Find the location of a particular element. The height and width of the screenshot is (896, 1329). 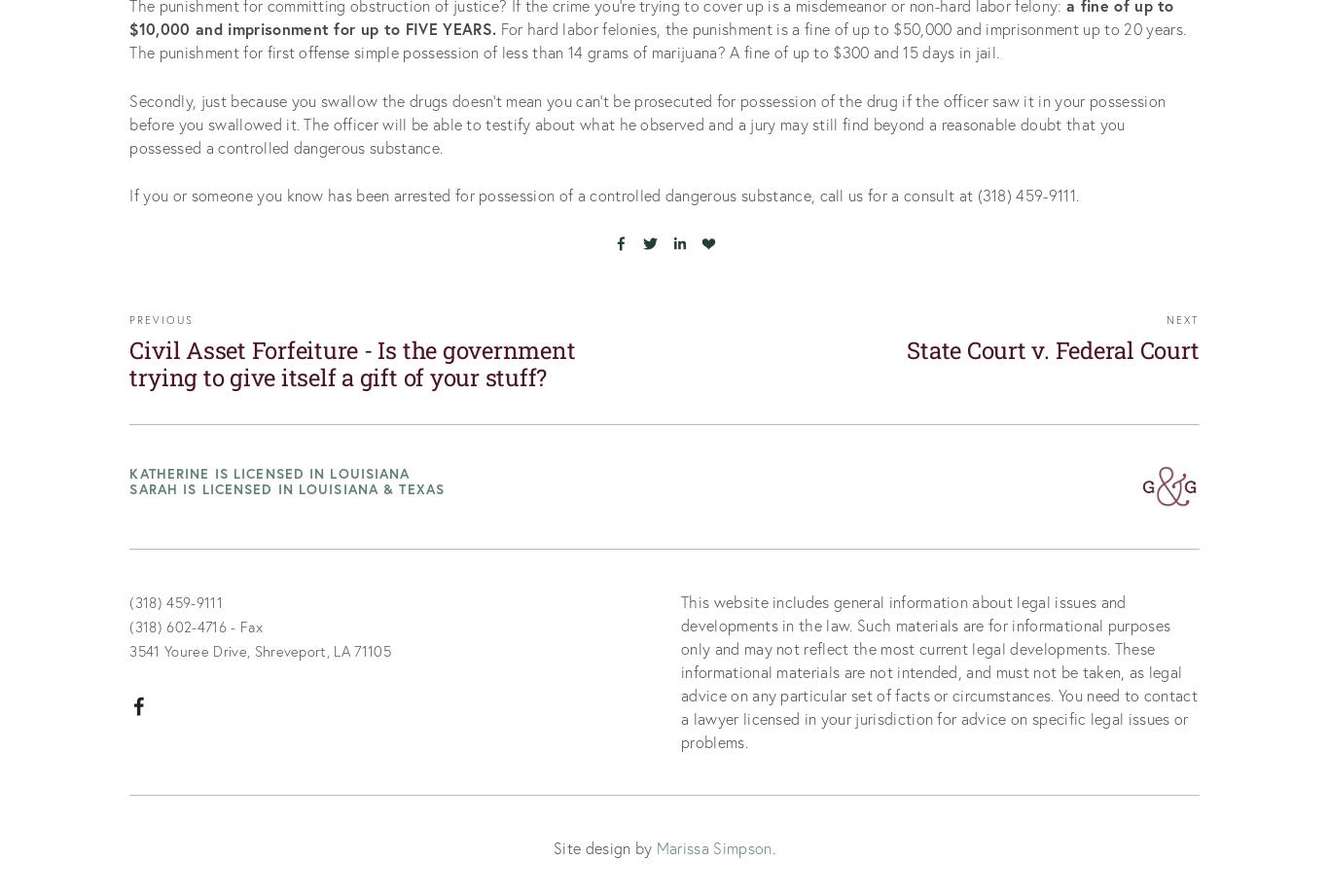

'This website includes general information about legal issues and developments in the law. Such materials are for informational purposes only and may not reflect the most current legal developments. These informational materials are not intended, and must not be taken, as legal advice on any particular set of facts or circumstances. You need to contact a lawyer licensed in your jurisdiction for advice on specific legal issues or problems.' is located at coordinates (938, 670).